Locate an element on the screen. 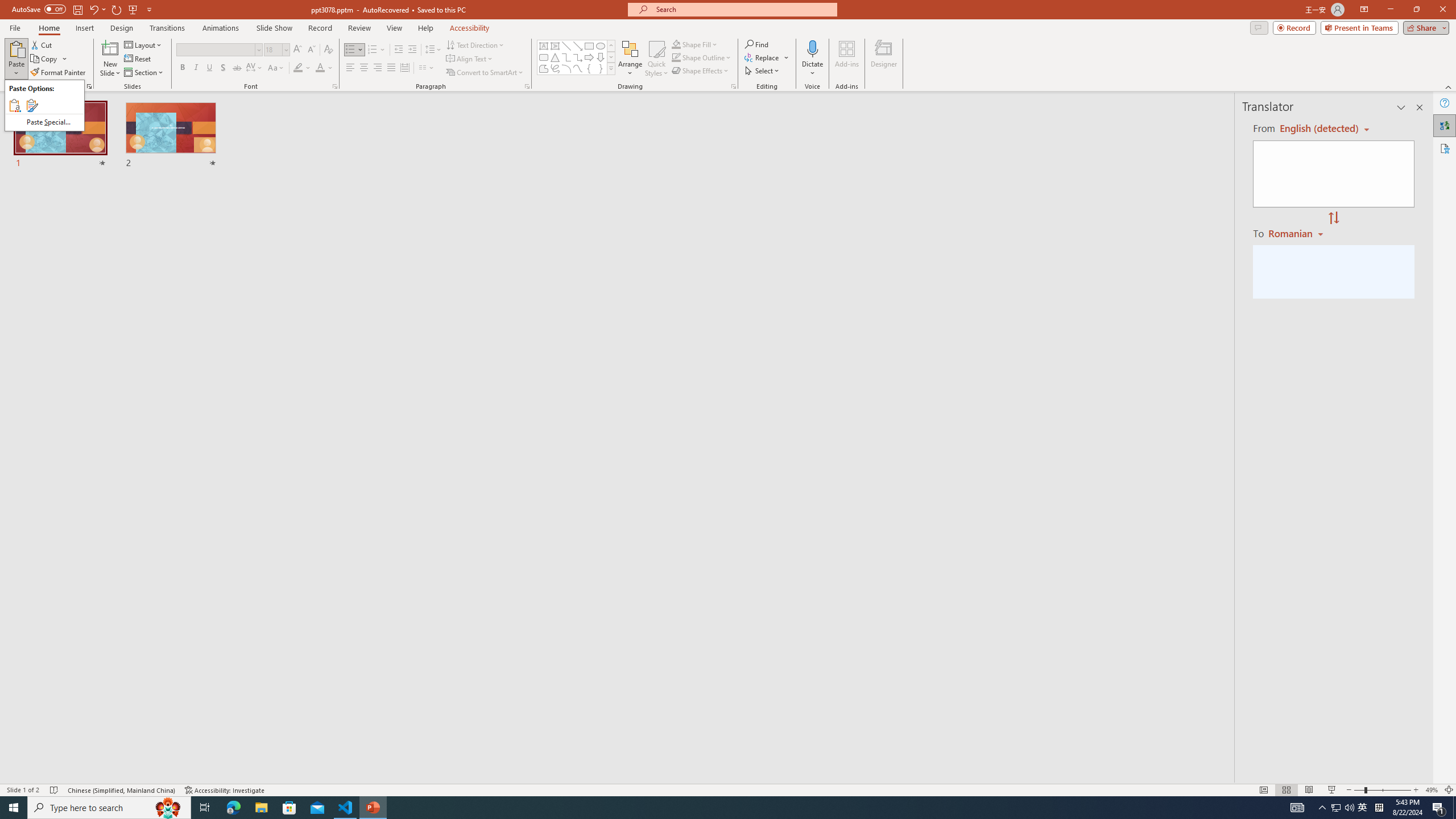  'Shape Outline Green, Accent 1' is located at coordinates (676, 56).